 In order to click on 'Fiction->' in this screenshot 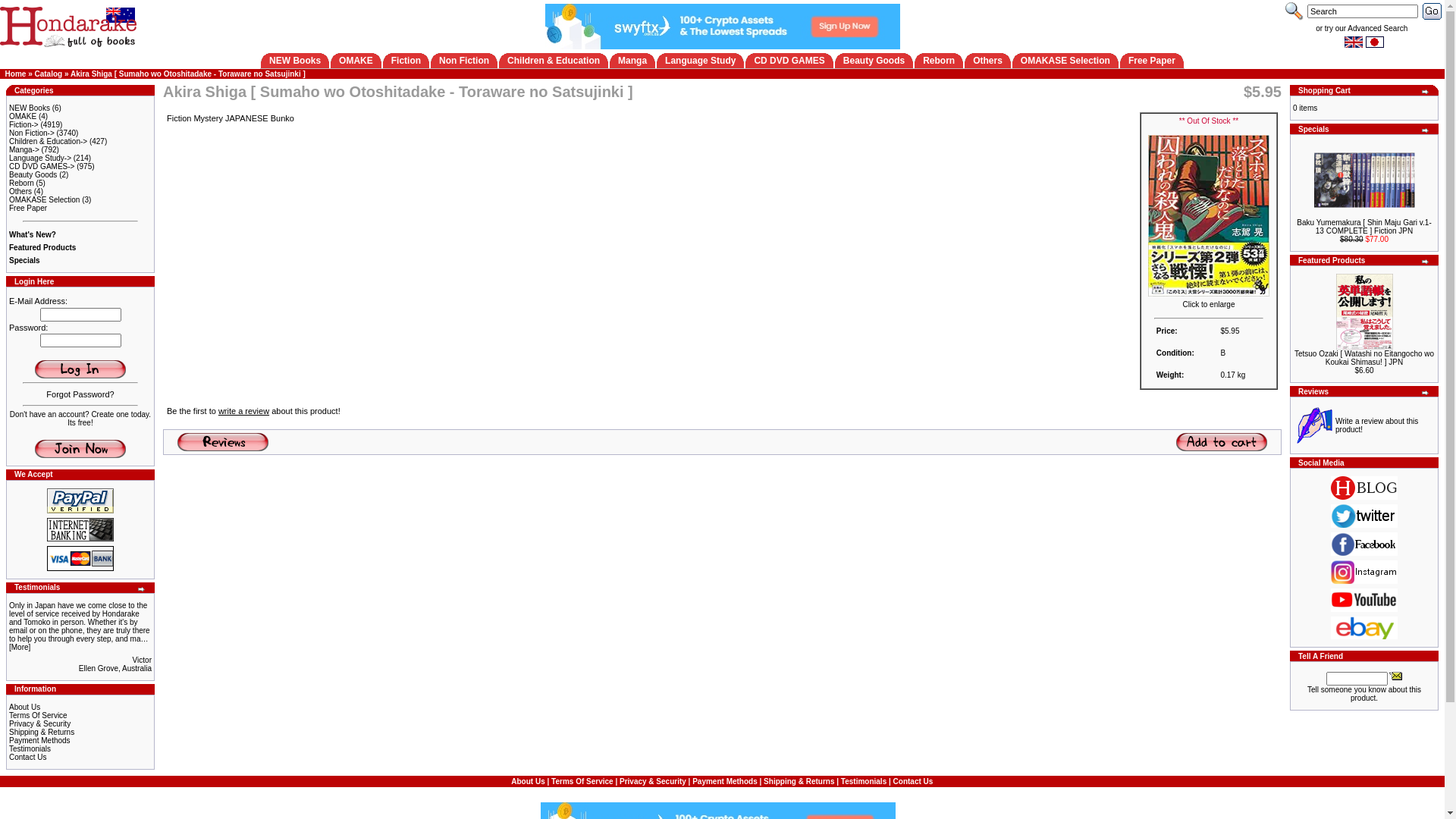, I will do `click(24, 124)`.